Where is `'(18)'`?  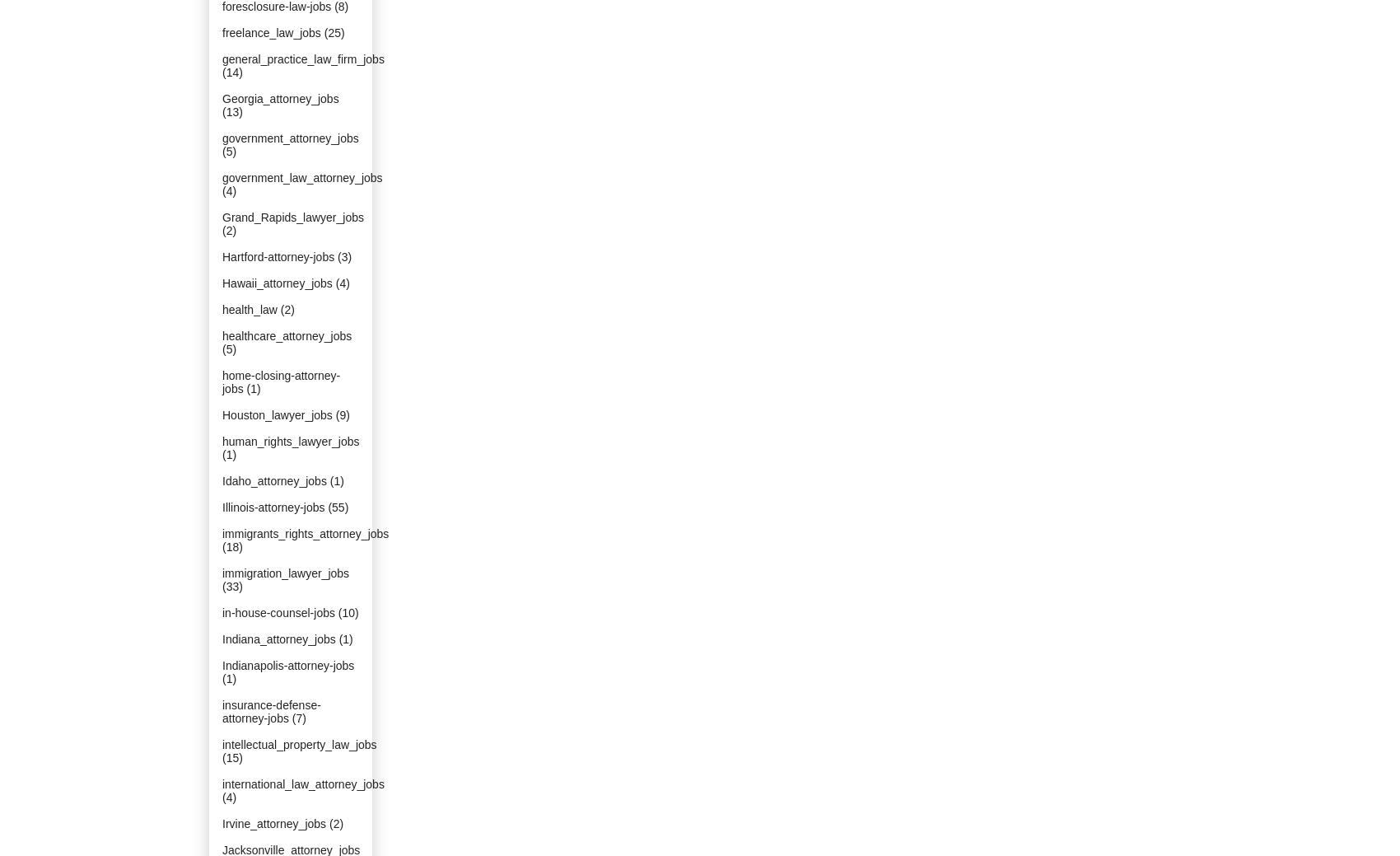
'(18)' is located at coordinates (232, 547).